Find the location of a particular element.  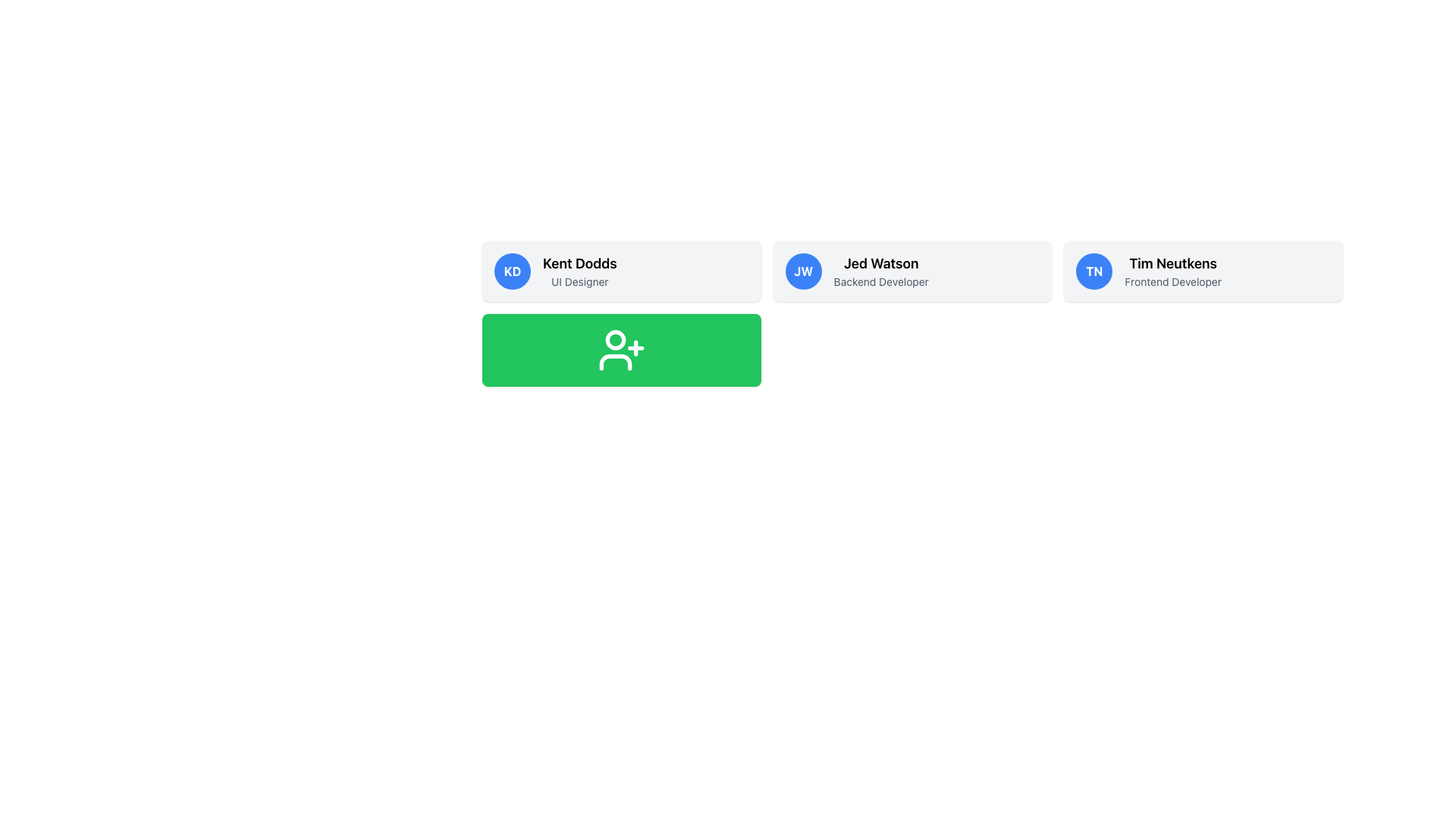

the Profile badge representing 'Jed Watson' located on the left side of the middle card in a horizontal layout is located at coordinates (802, 271).